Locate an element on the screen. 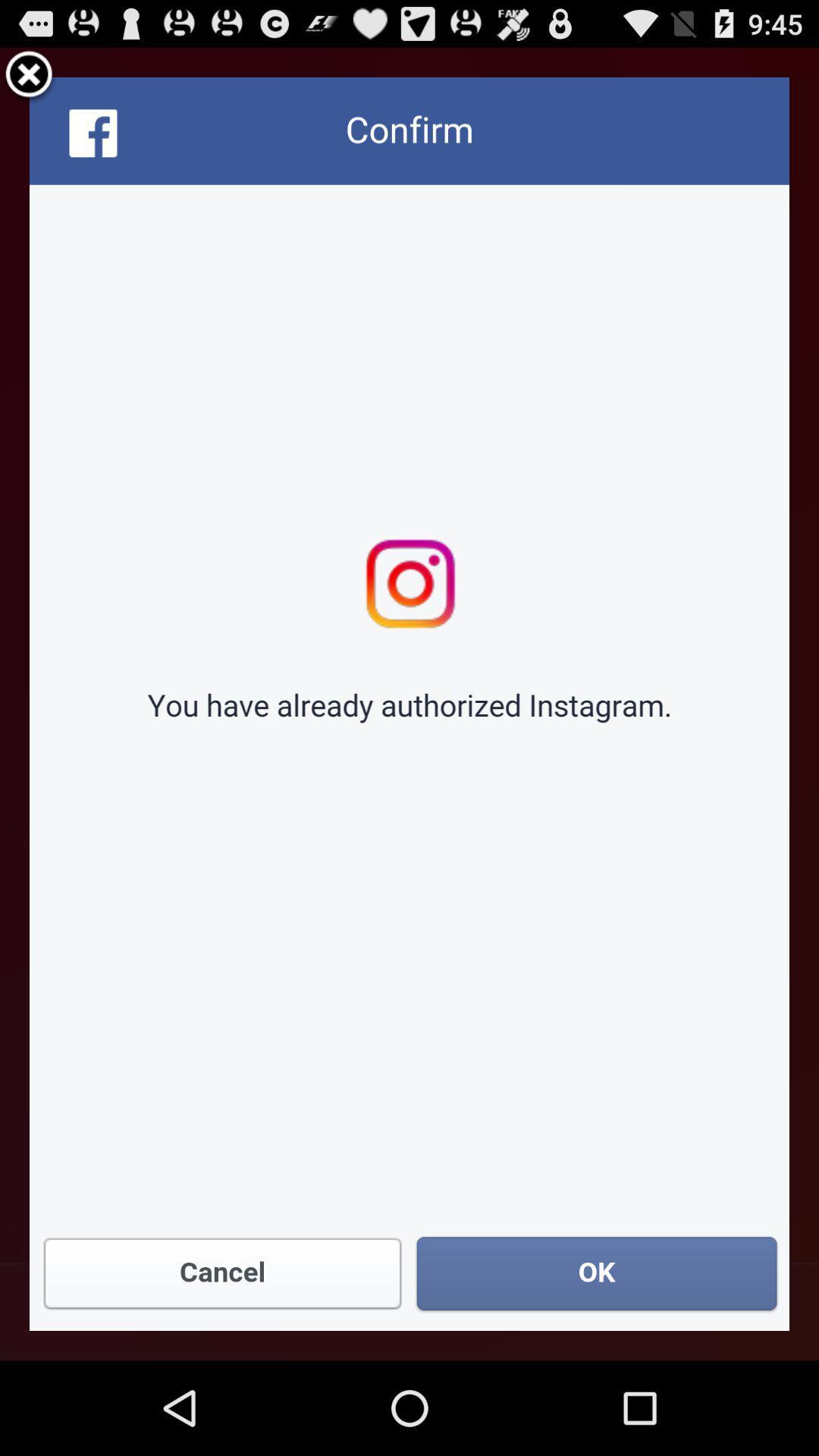  cancel is located at coordinates (29, 76).